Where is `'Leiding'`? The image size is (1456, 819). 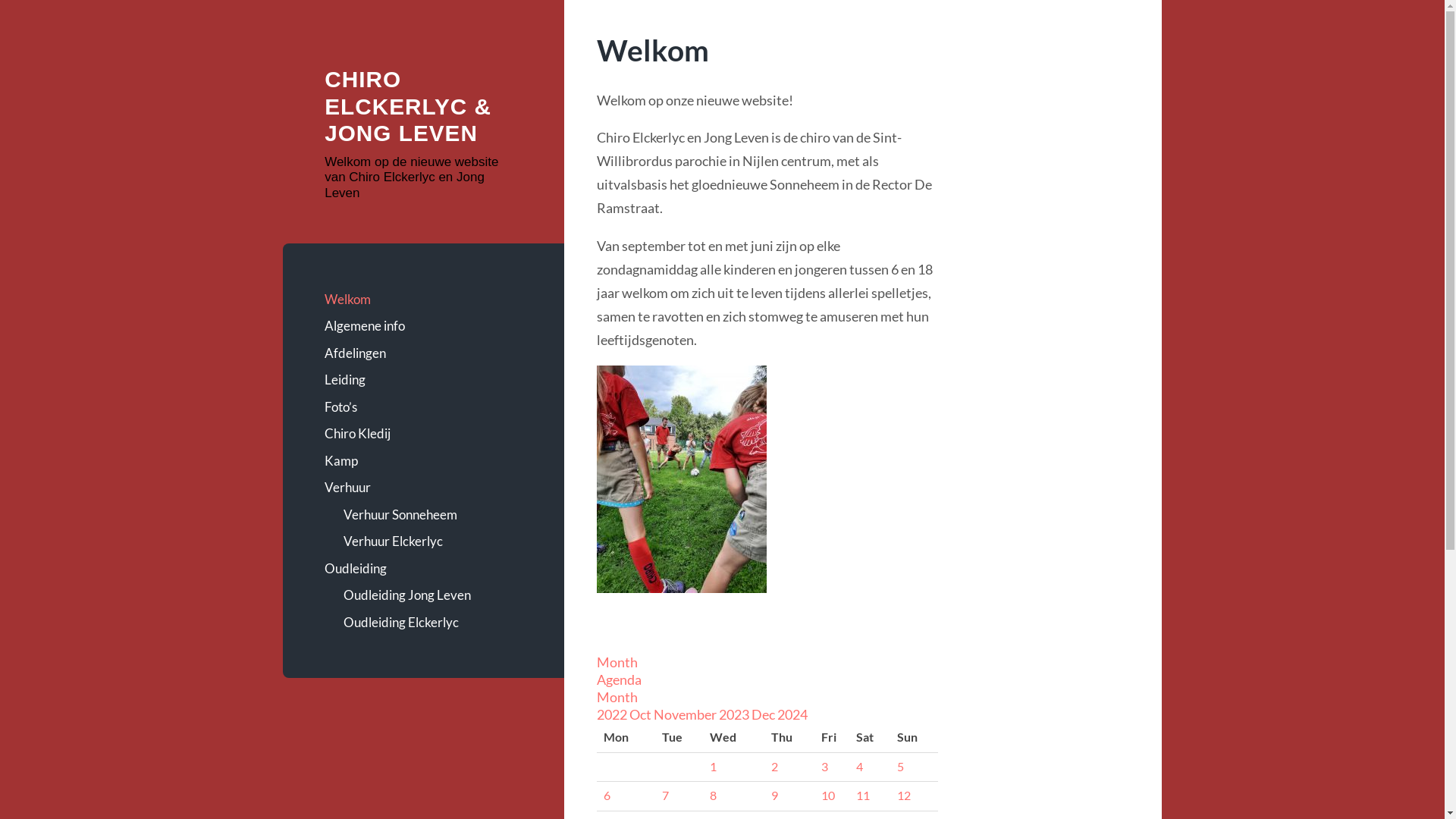 'Leiding' is located at coordinates (422, 379).